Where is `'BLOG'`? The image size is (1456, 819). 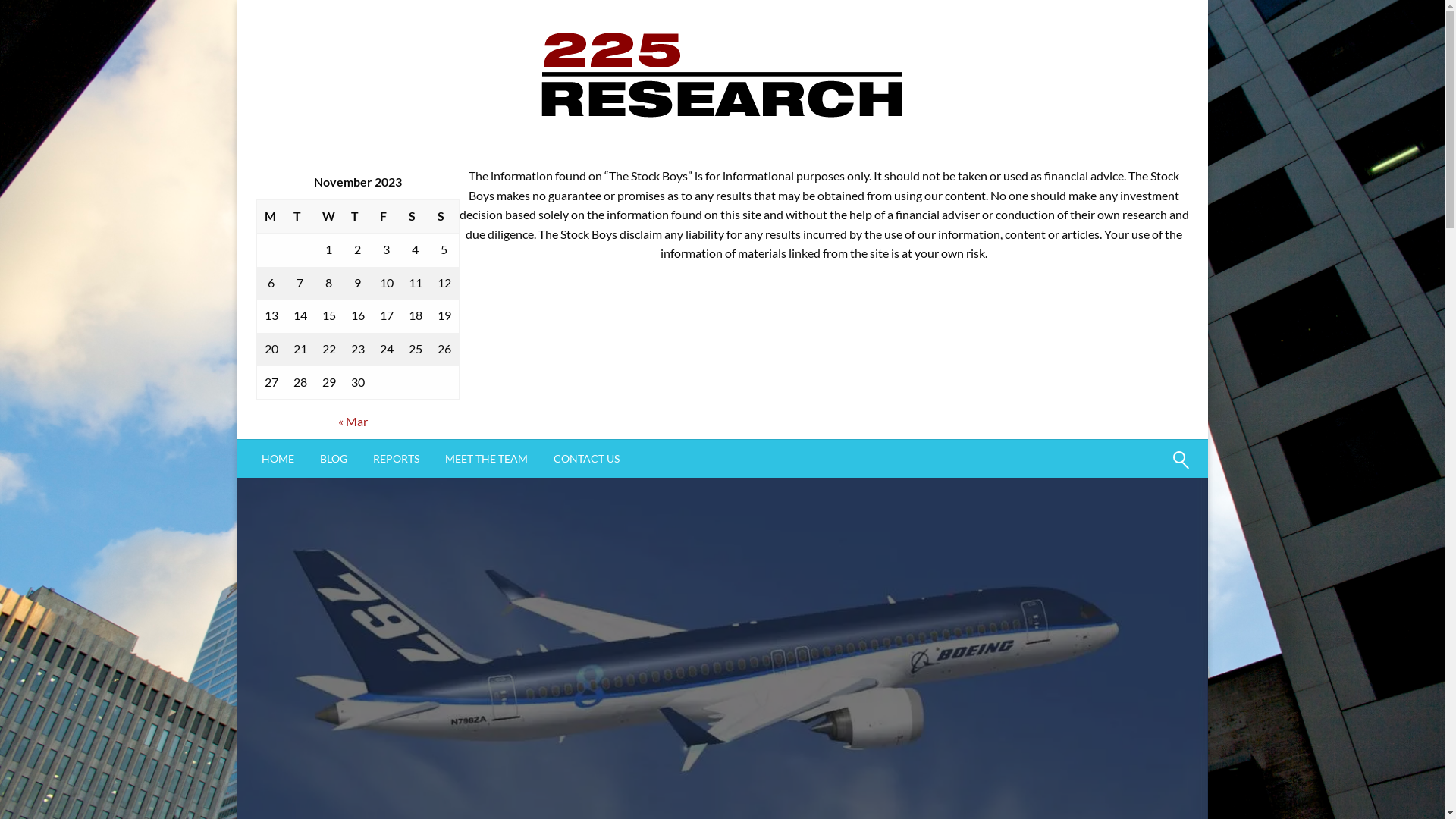 'BLOG' is located at coordinates (331, 458).